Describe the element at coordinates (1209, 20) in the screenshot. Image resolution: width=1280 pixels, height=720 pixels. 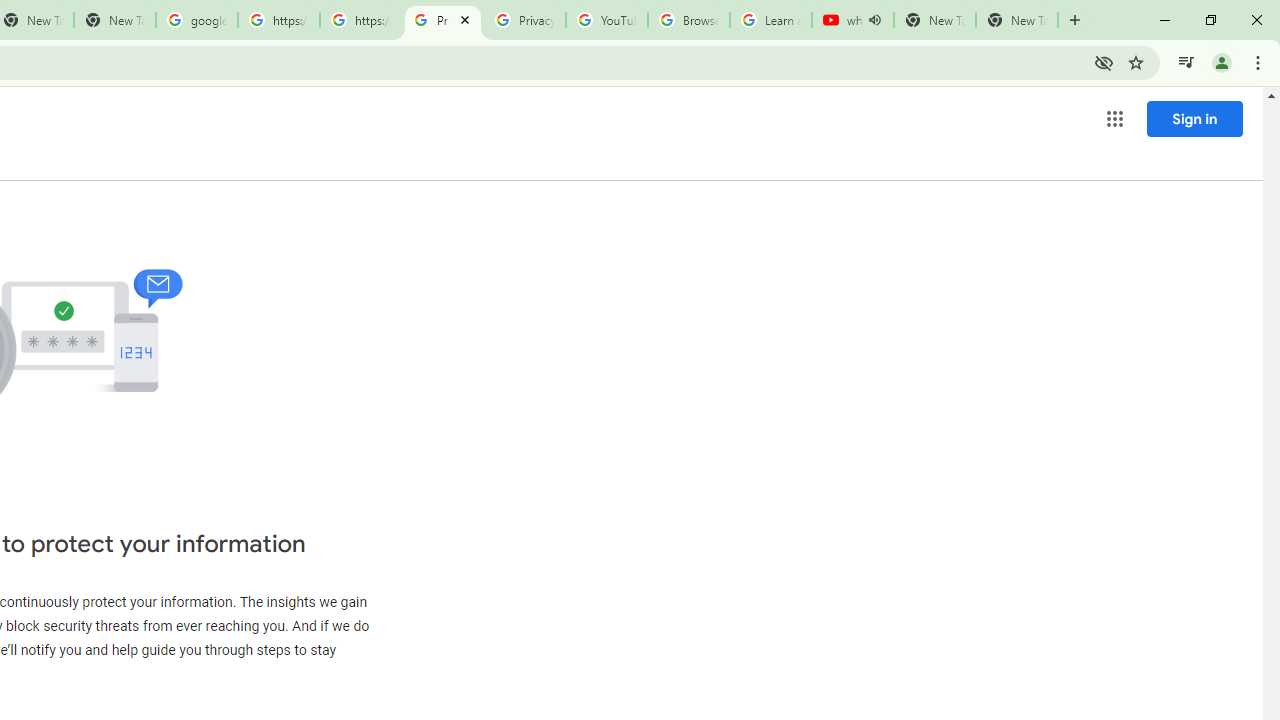
I see `'Restore'` at that location.